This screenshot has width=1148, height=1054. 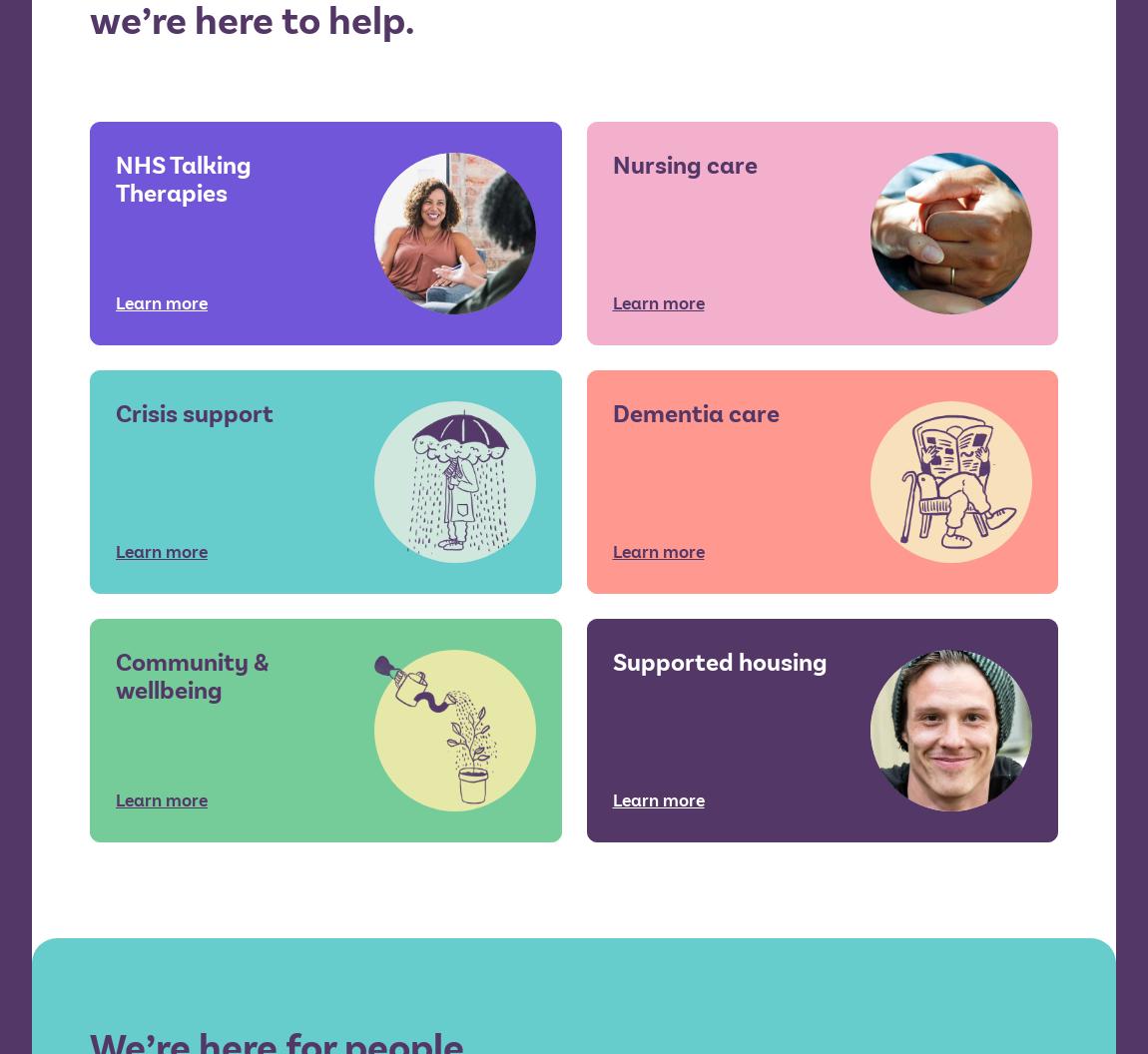 I want to click on 'Website accessibility', so click(x=690, y=578).